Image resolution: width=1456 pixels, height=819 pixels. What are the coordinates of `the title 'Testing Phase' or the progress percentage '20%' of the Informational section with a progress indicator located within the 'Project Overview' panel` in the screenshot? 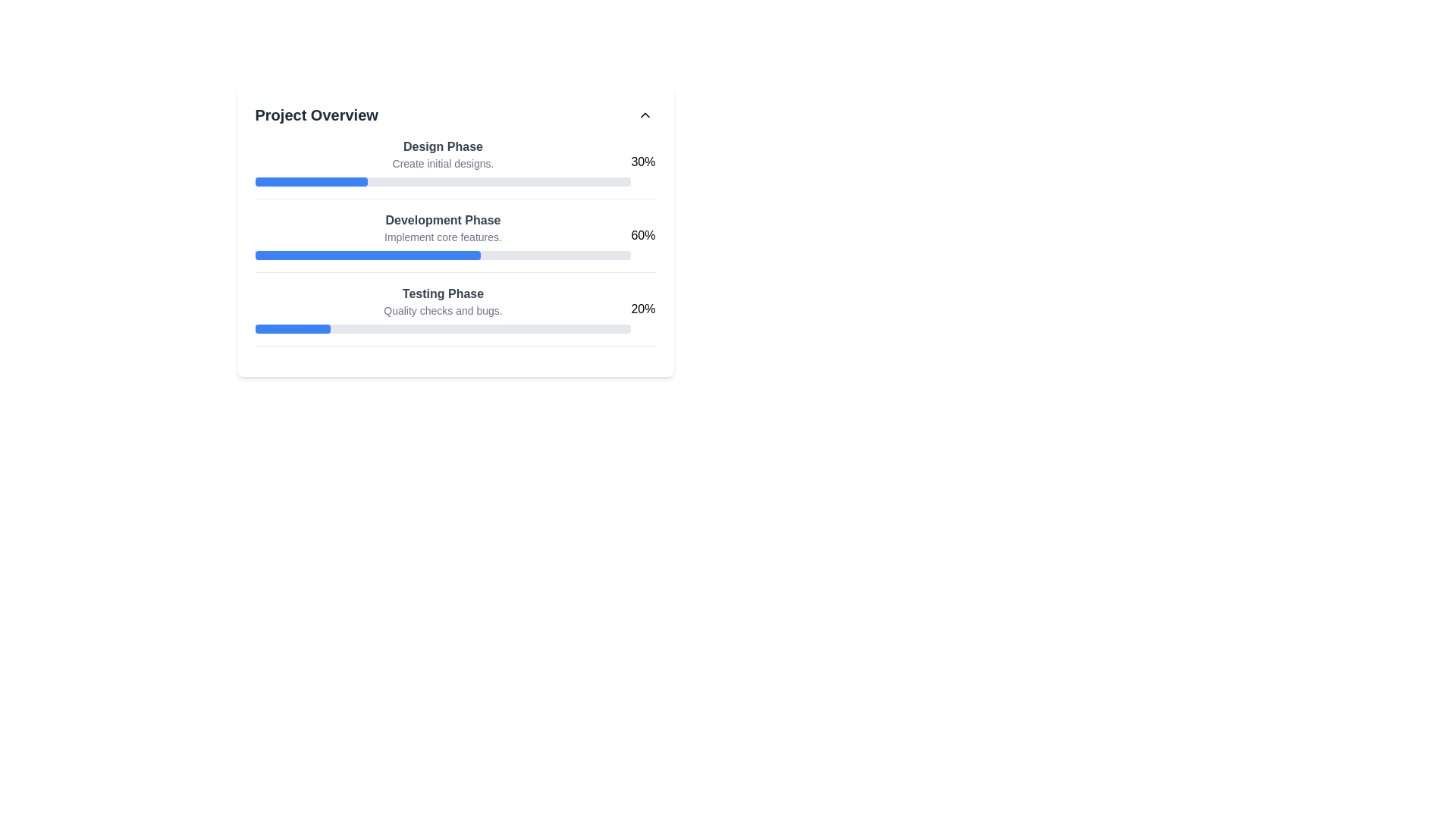 It's located at (454, 315).